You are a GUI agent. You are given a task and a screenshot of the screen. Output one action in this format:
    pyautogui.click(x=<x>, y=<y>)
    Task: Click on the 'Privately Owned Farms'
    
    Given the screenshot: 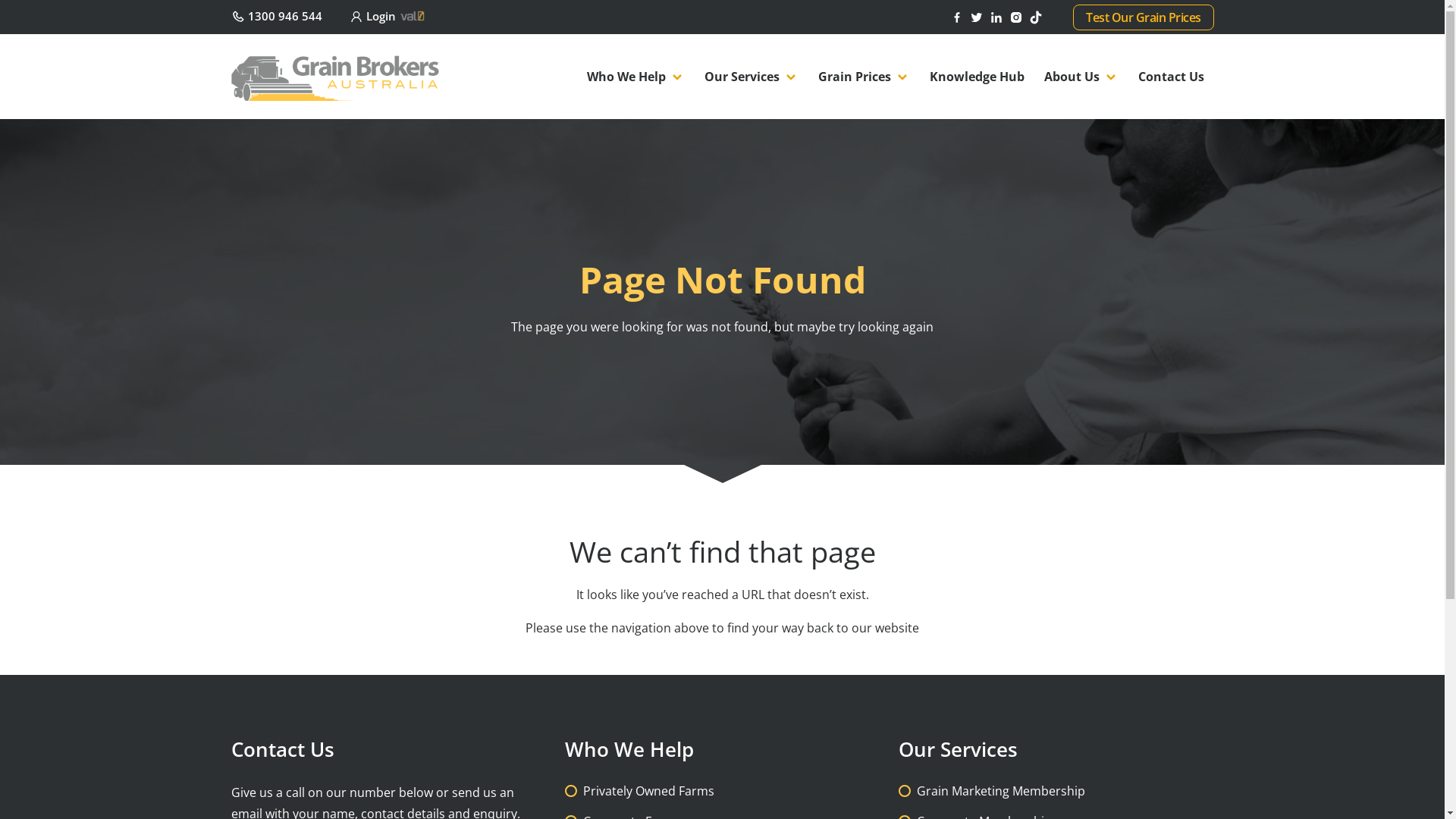 What is the action you would take?
    pyautogui.click(x=648, y=789)
    